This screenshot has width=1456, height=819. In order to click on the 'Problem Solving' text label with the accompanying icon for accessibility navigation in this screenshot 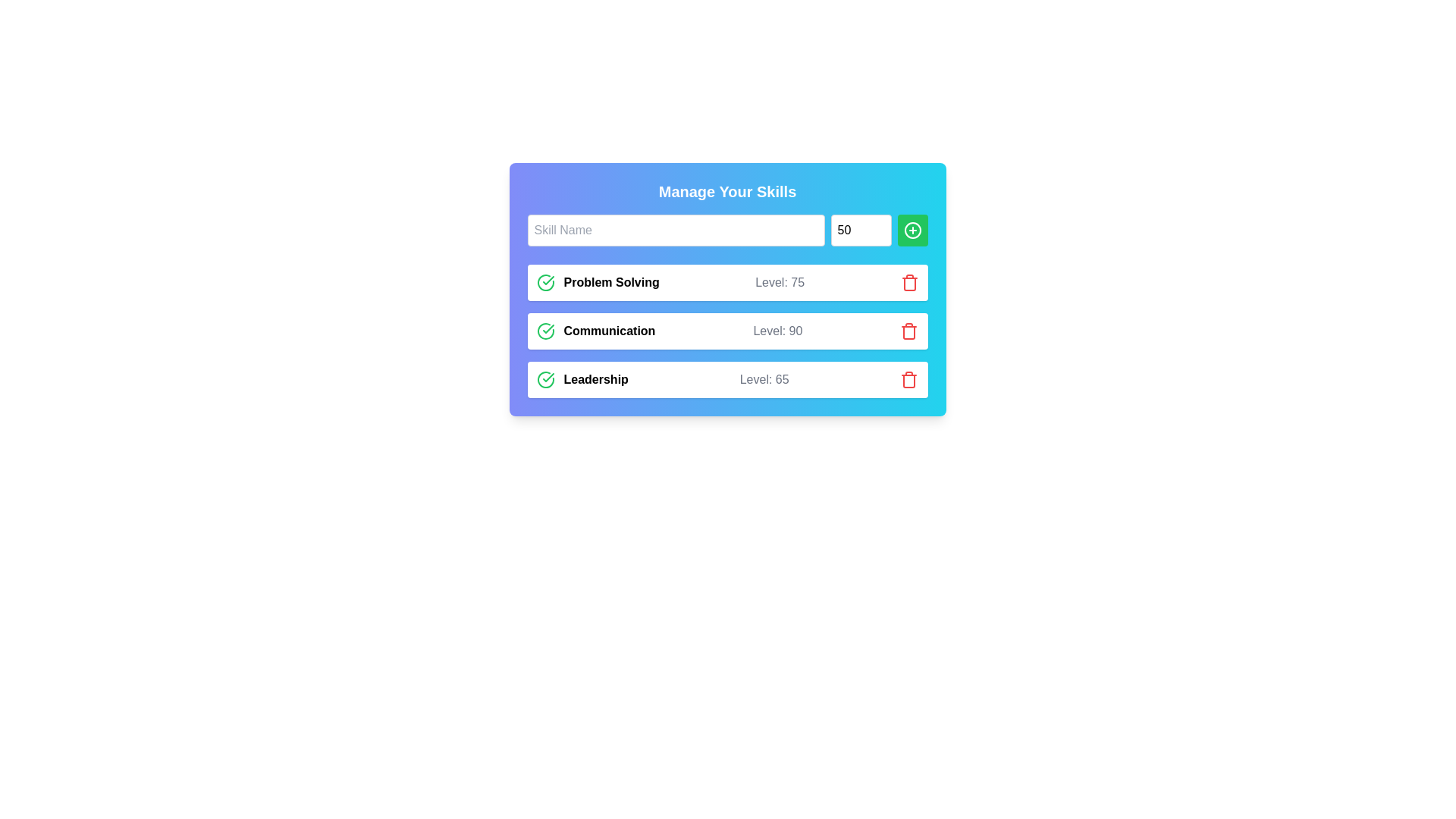, I will do `click(597, 283)`.